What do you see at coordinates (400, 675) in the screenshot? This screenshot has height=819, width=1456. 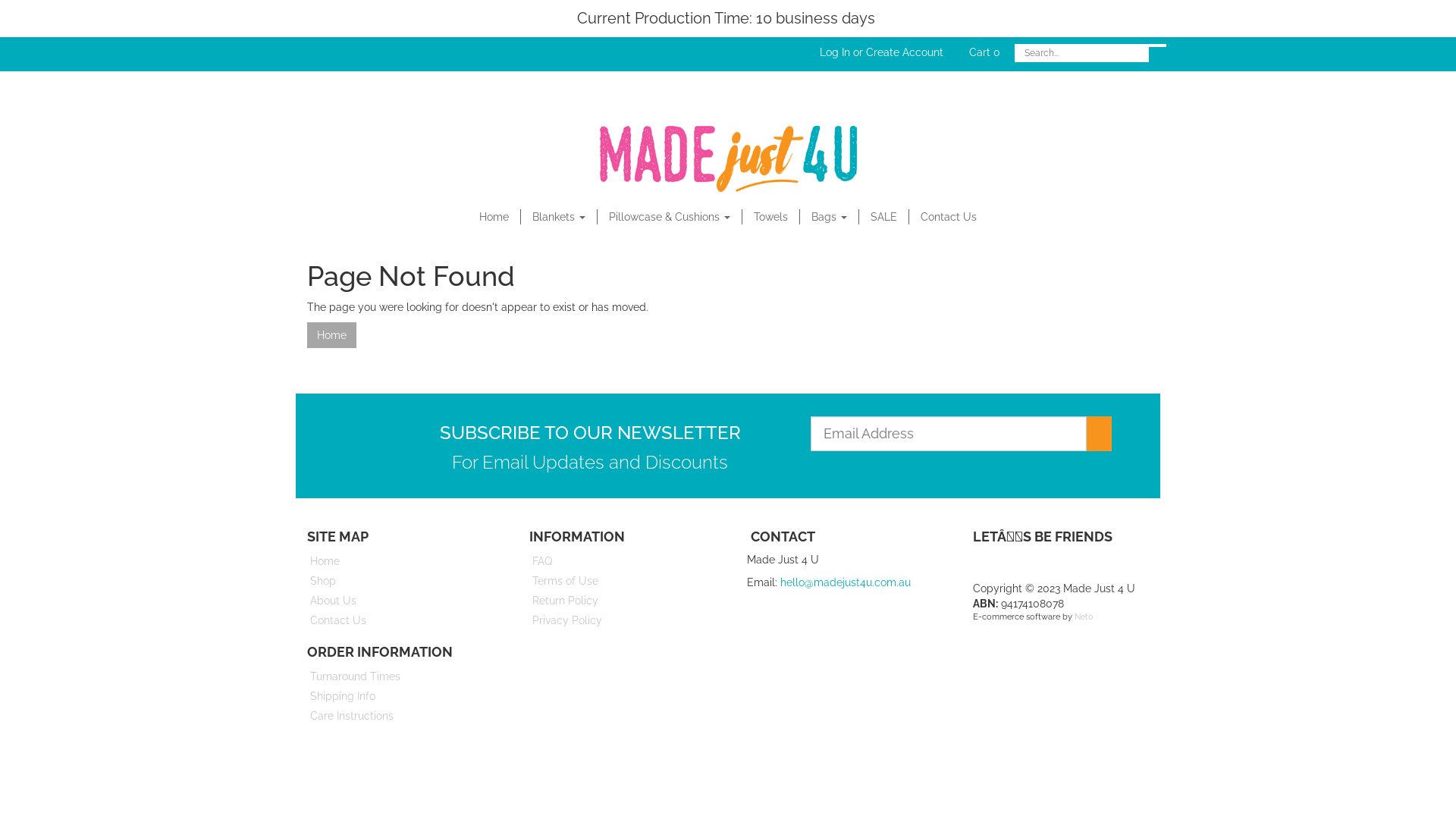 I see `'Turnaround Times'` at bounding box center [400, 675].